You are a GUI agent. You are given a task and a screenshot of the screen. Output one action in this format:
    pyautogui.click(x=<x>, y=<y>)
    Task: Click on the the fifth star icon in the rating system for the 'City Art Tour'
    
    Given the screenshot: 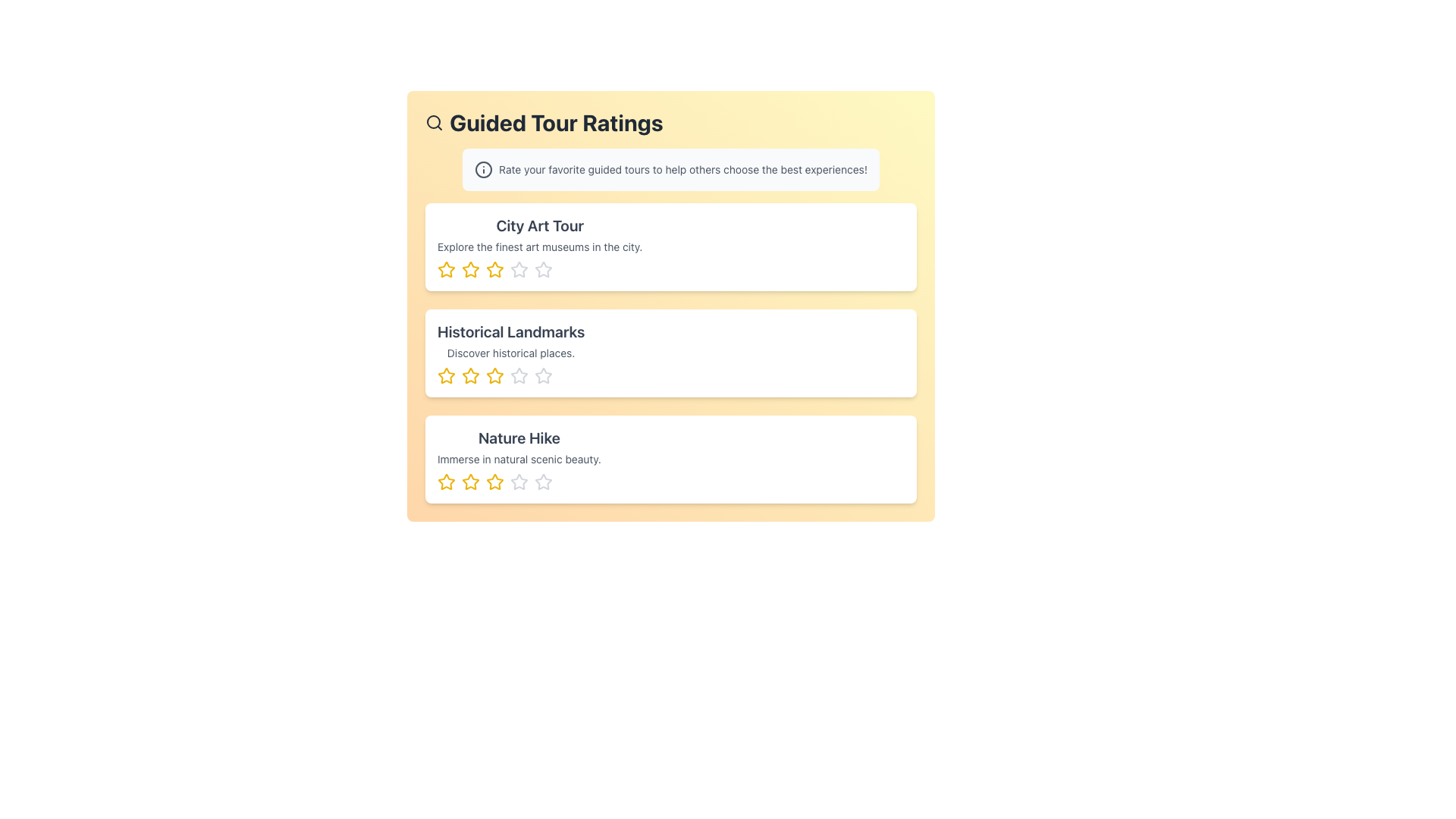 What is the action you would take?
    pyautogui.click(x=543, y=268)
    